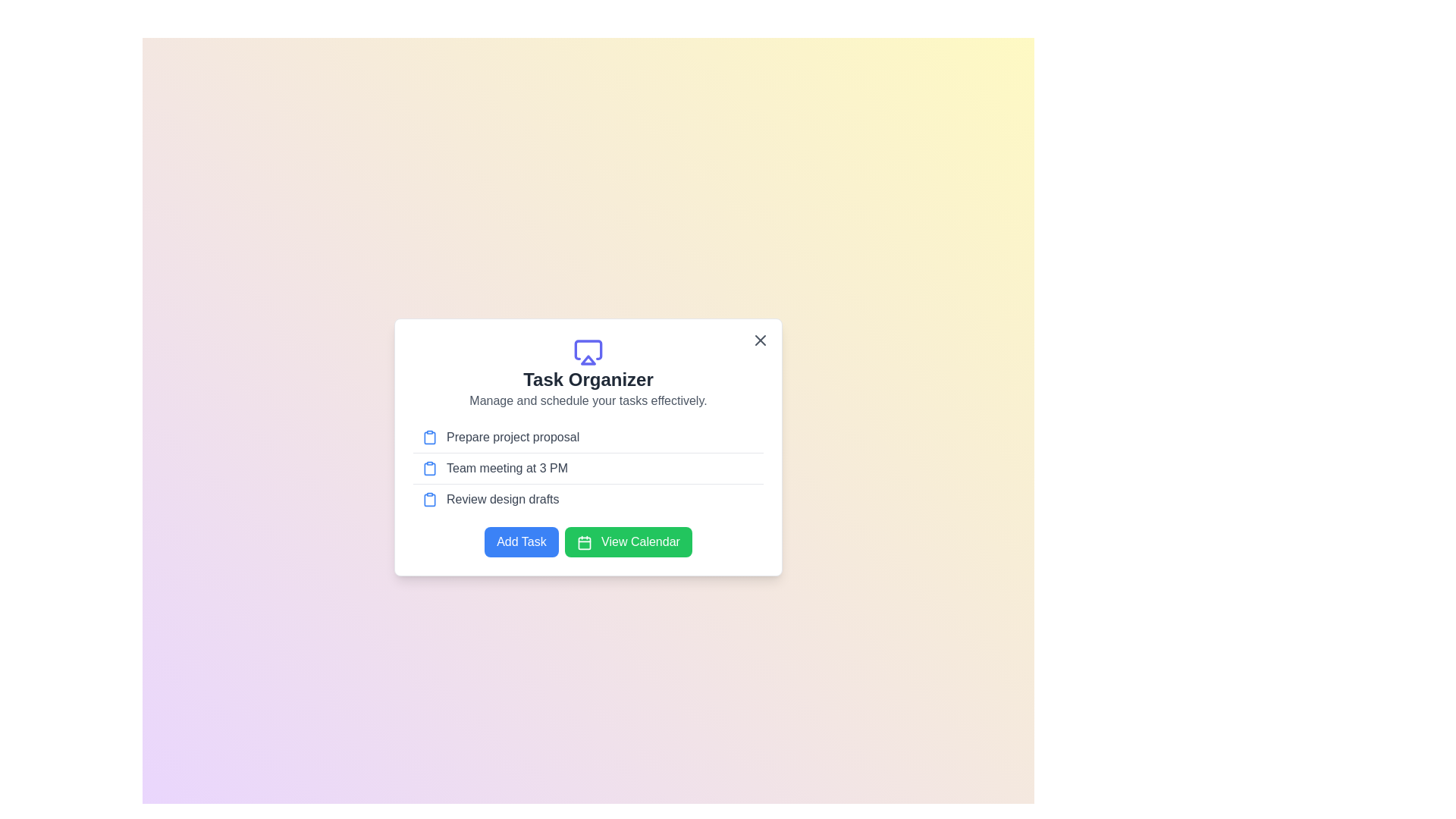 This screenshot has width=1456, height=819. I want to click on the indigo SVG icon that resembles a projection device, located above the 'Task Organizer' title in the modal dialog box, so click(588, 353).